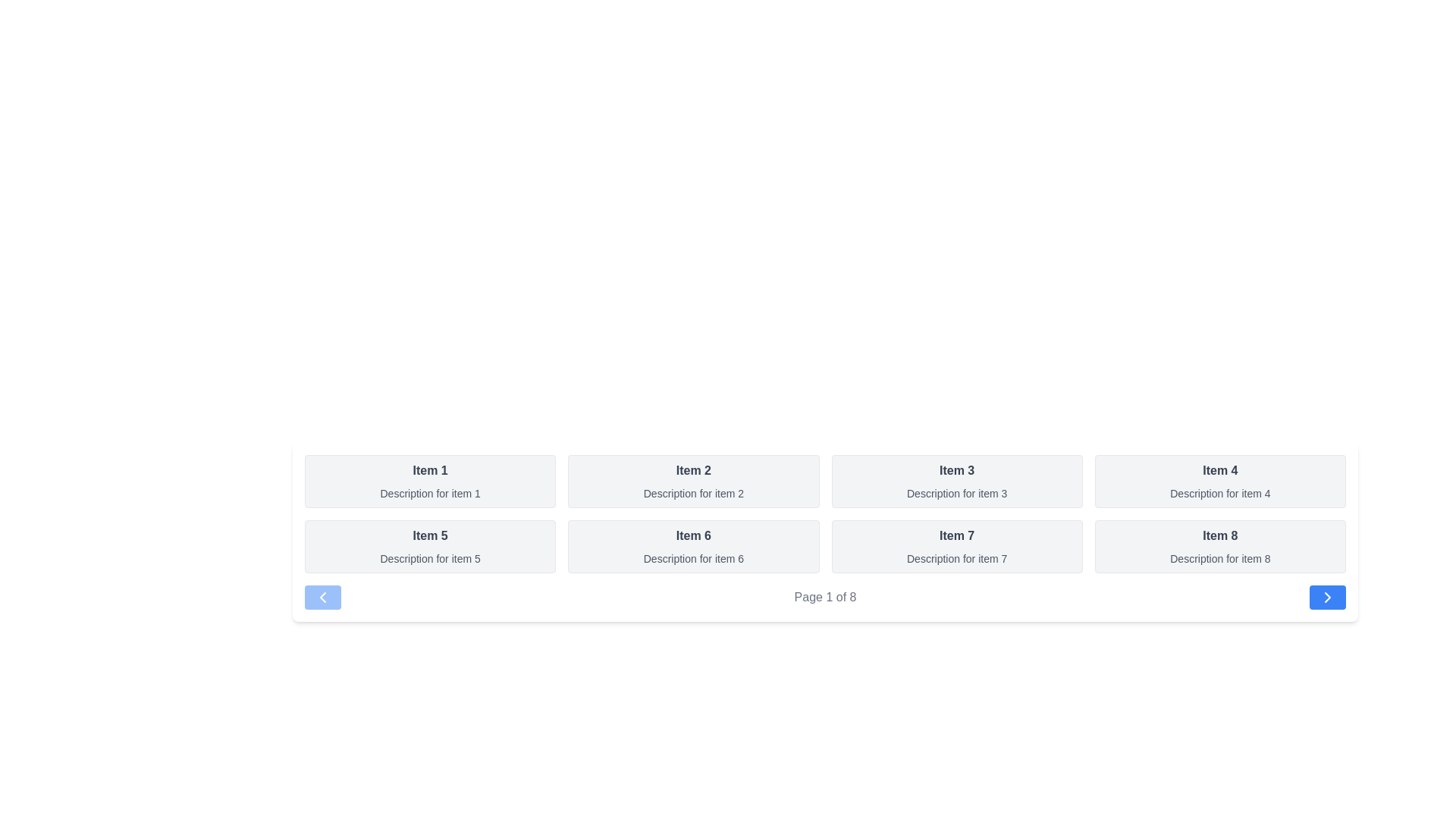  I want to click on bold text 'Item 8' displayed in dark gray on a light gray background, located at the bottom-right corner of the grid layout above the description text 'Description for item 8', so click(1220, 535).